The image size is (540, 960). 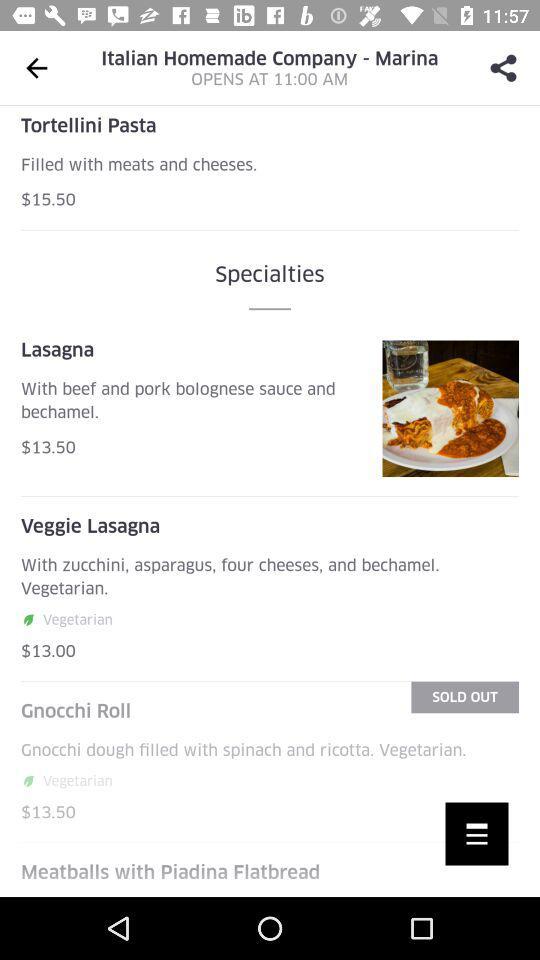 I want to click on the arrow_backward icon, so click(x=36, y=68).